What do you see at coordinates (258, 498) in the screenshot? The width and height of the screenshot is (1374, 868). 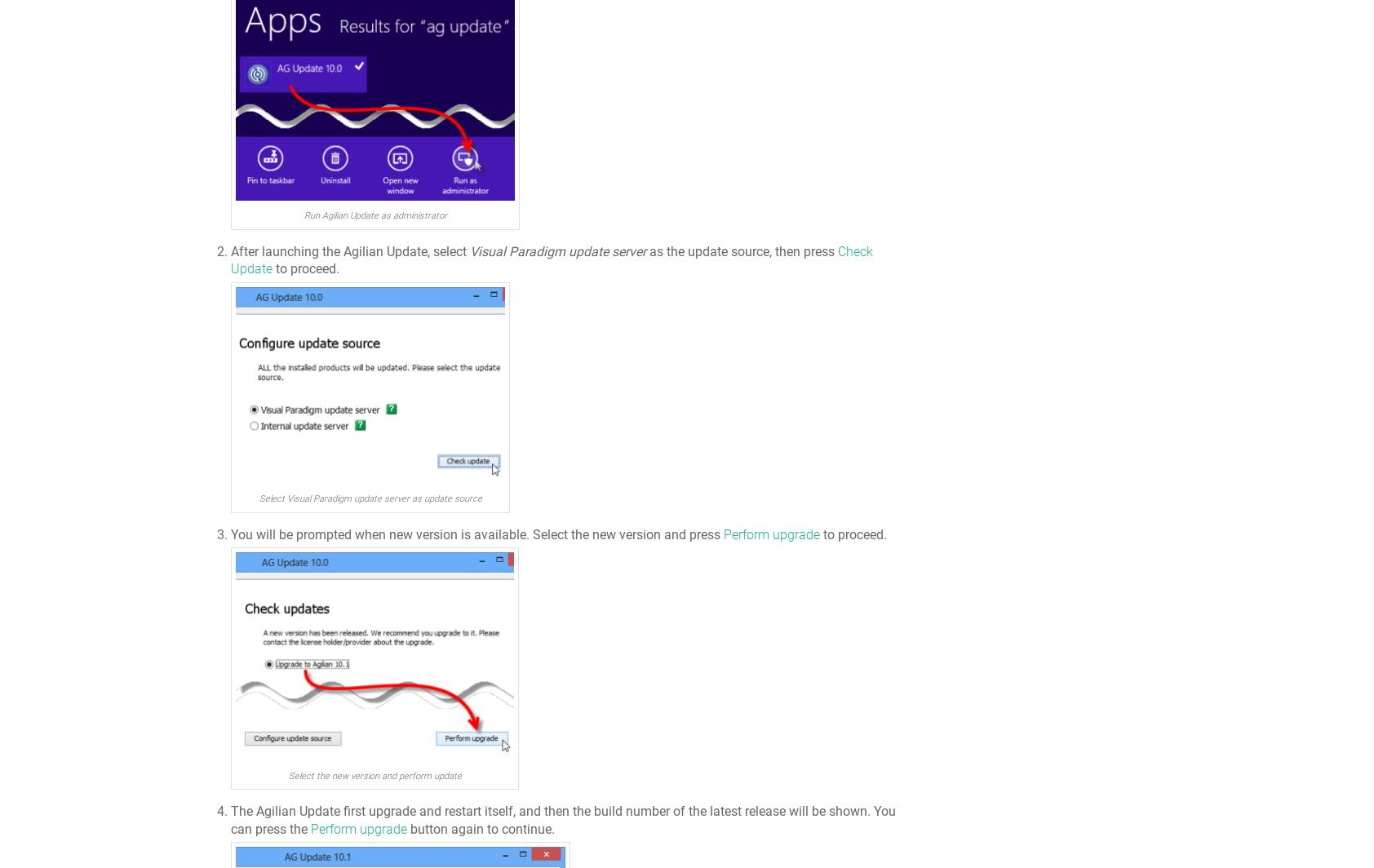 I see `'Select Visual Paradigm update server as update source'` at bounding box center [258, 498].